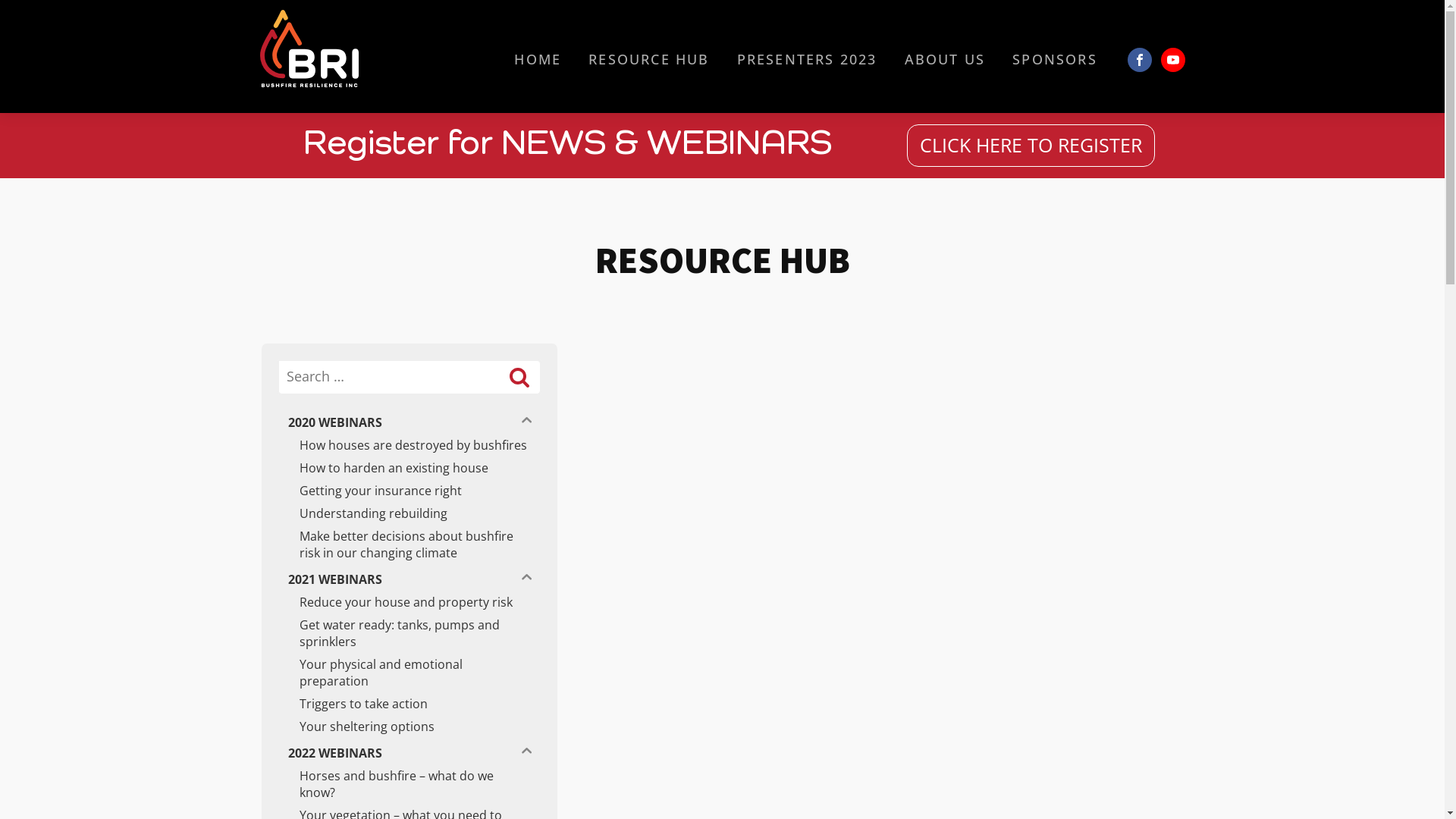 The image size is (1456, 819). I want to click on 'How to harden an existing house', so click(408, 467).